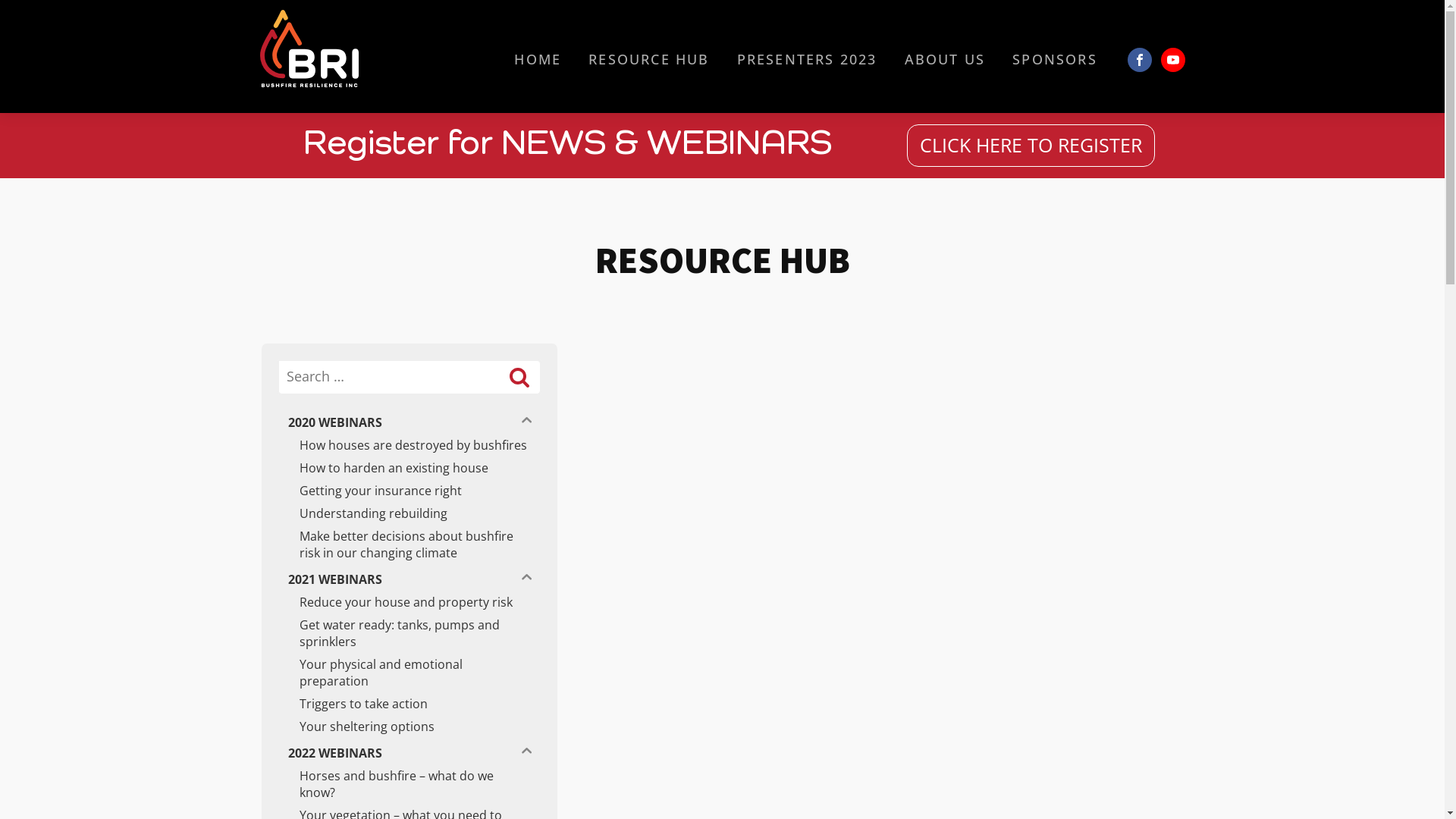 The image size is (1456, 819). I want to click on 'How to harden an existing house', so click(408, 467).